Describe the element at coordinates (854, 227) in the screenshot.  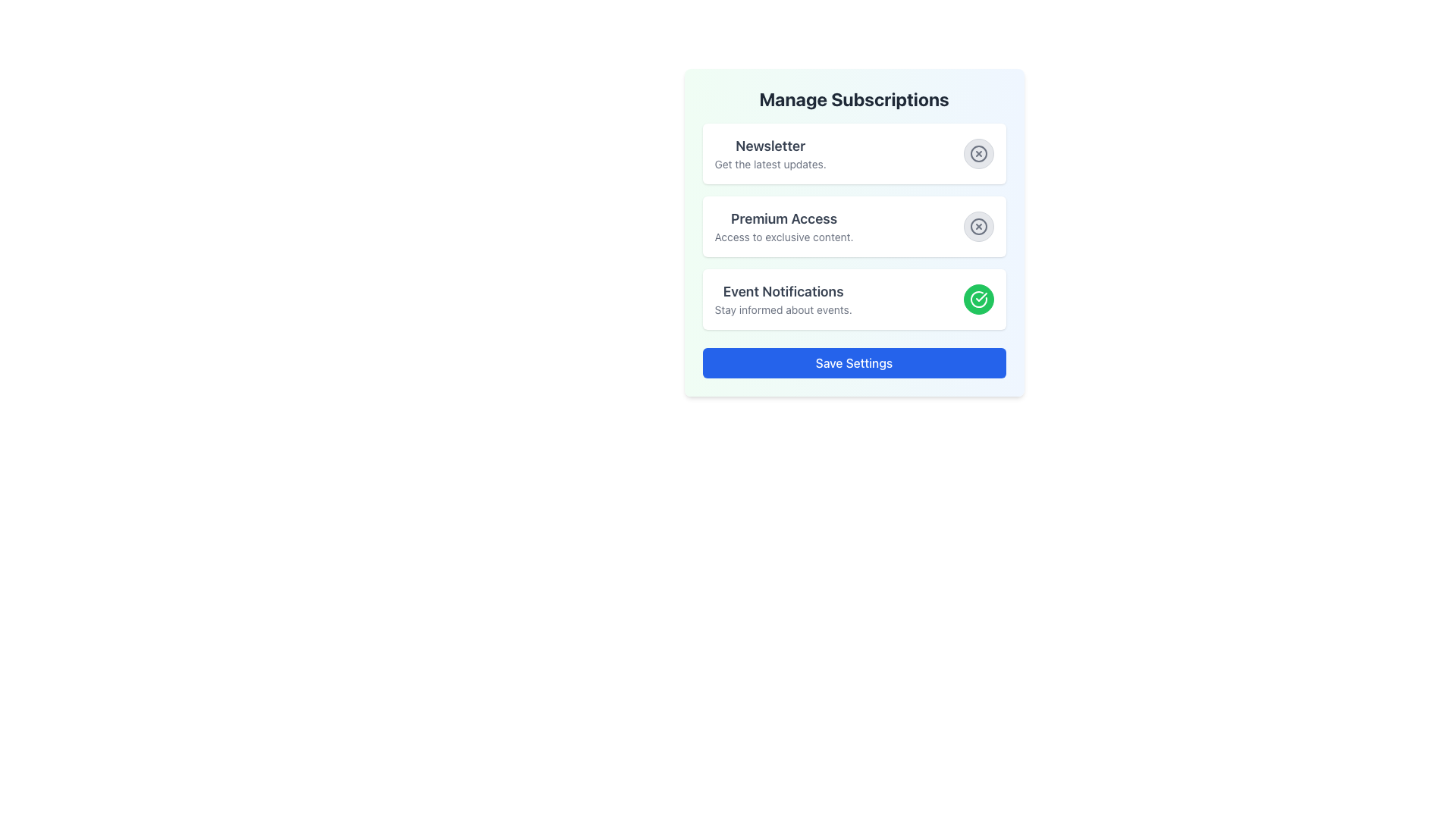
I see `information about the 'Premium Access' subscription option, which is the second option in the 'Manage Subscriptions' panel, located below 'Newsletter' and above 'Event Notifications'` at that location.